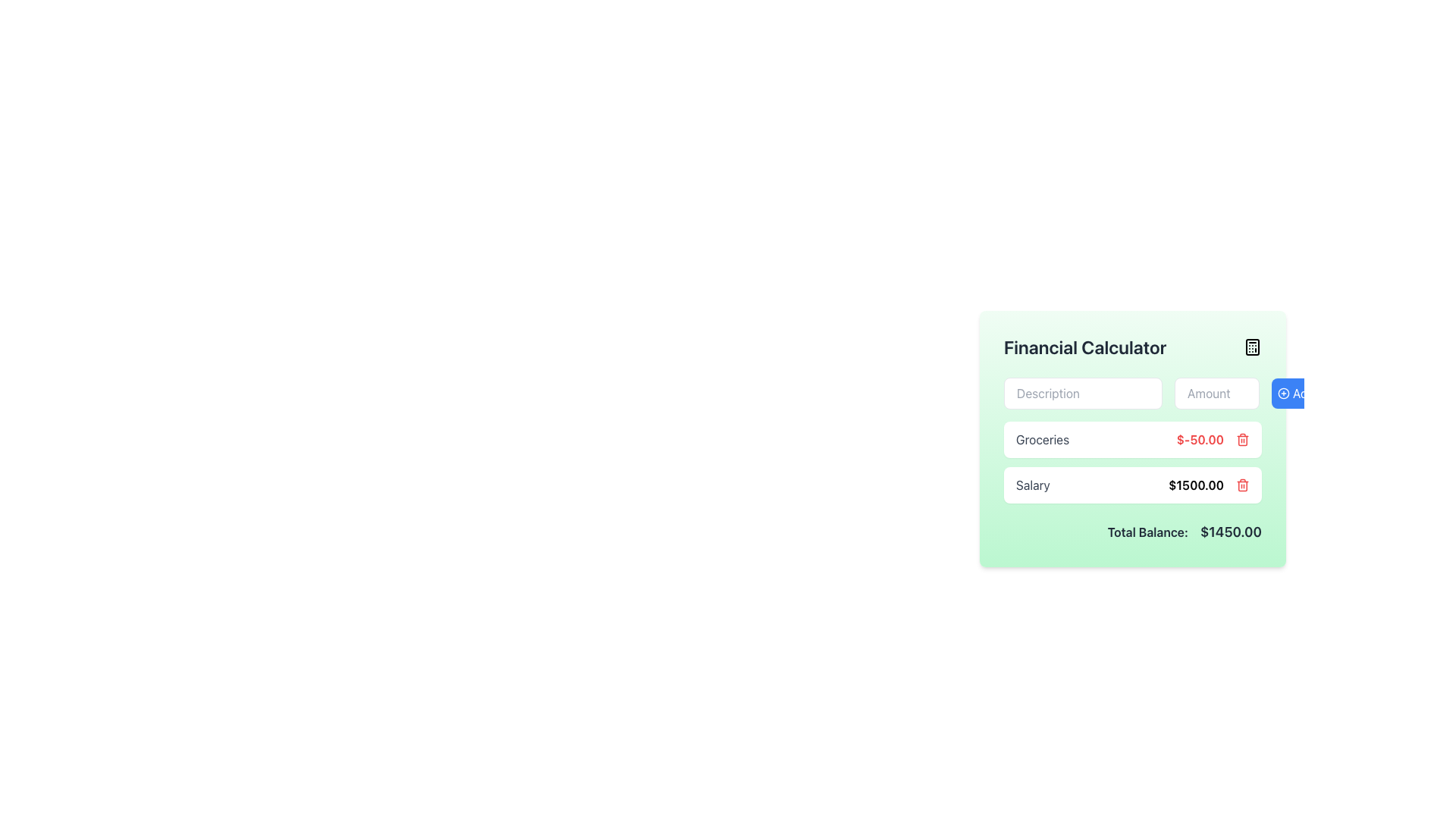 The height and width of the screenshot is (819, 1456). I want to click on the first list item in the transaction list, which displays 'Groceries' on the left and a red '$-50.00' on the right, along with a trash icon for deletion, so click(1132, 439).